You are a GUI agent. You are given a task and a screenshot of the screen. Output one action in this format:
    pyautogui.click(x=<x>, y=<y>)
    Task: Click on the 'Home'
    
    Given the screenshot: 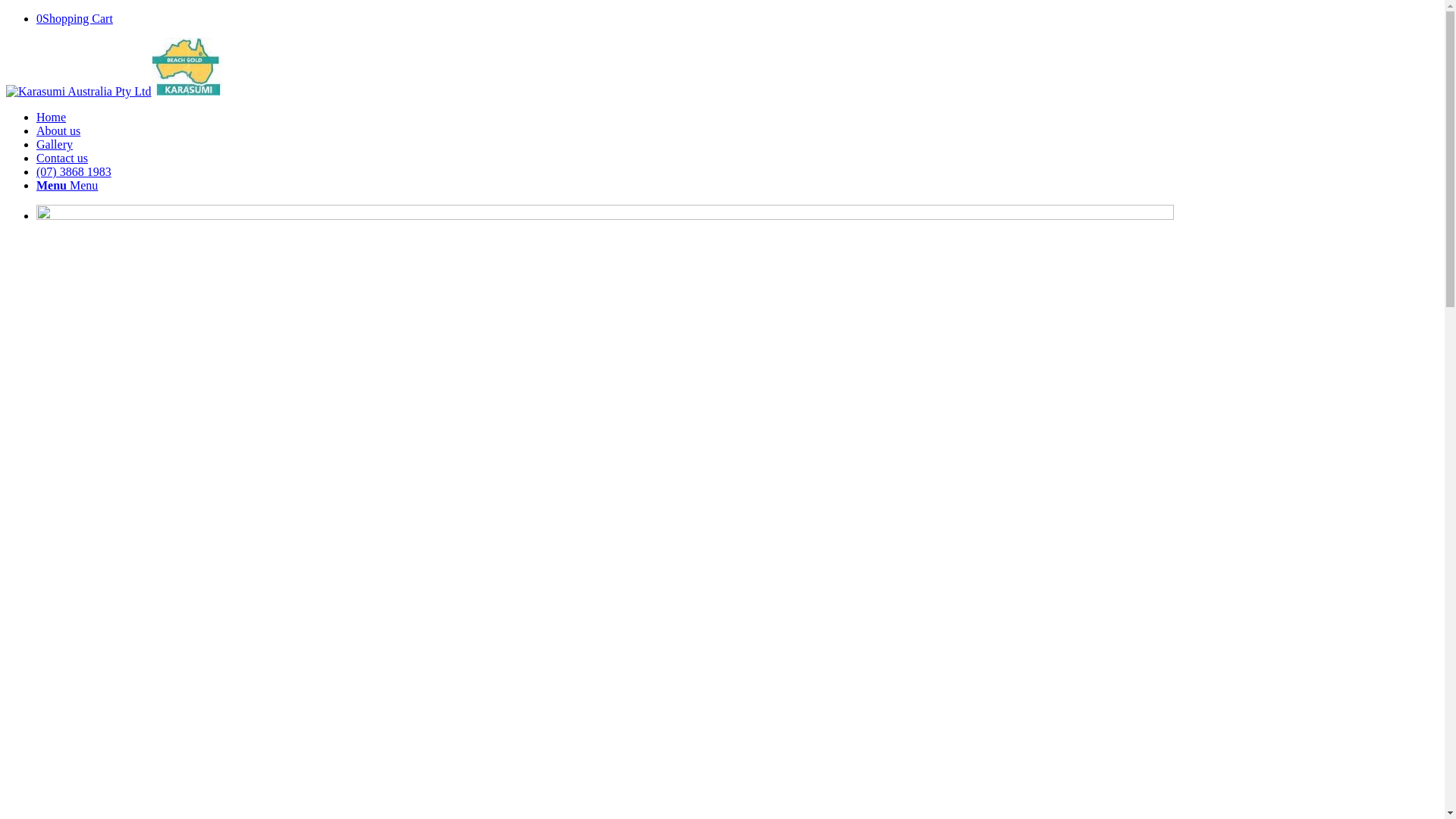 What is the action you would take?
    pyautogui.click(x=51, y=116)
    